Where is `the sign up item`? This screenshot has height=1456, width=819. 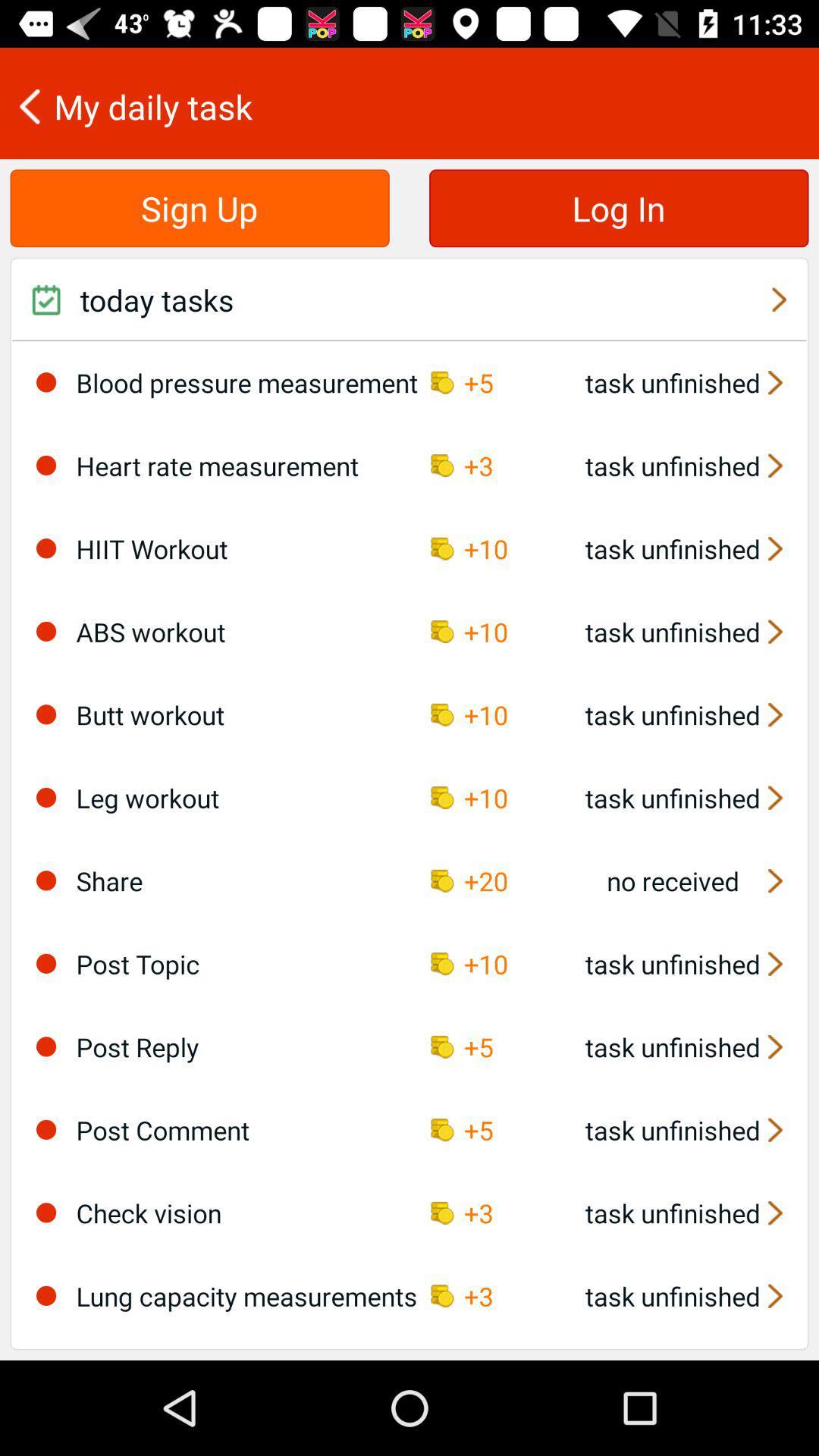 the sign up item is located at coordinates (199, 207).